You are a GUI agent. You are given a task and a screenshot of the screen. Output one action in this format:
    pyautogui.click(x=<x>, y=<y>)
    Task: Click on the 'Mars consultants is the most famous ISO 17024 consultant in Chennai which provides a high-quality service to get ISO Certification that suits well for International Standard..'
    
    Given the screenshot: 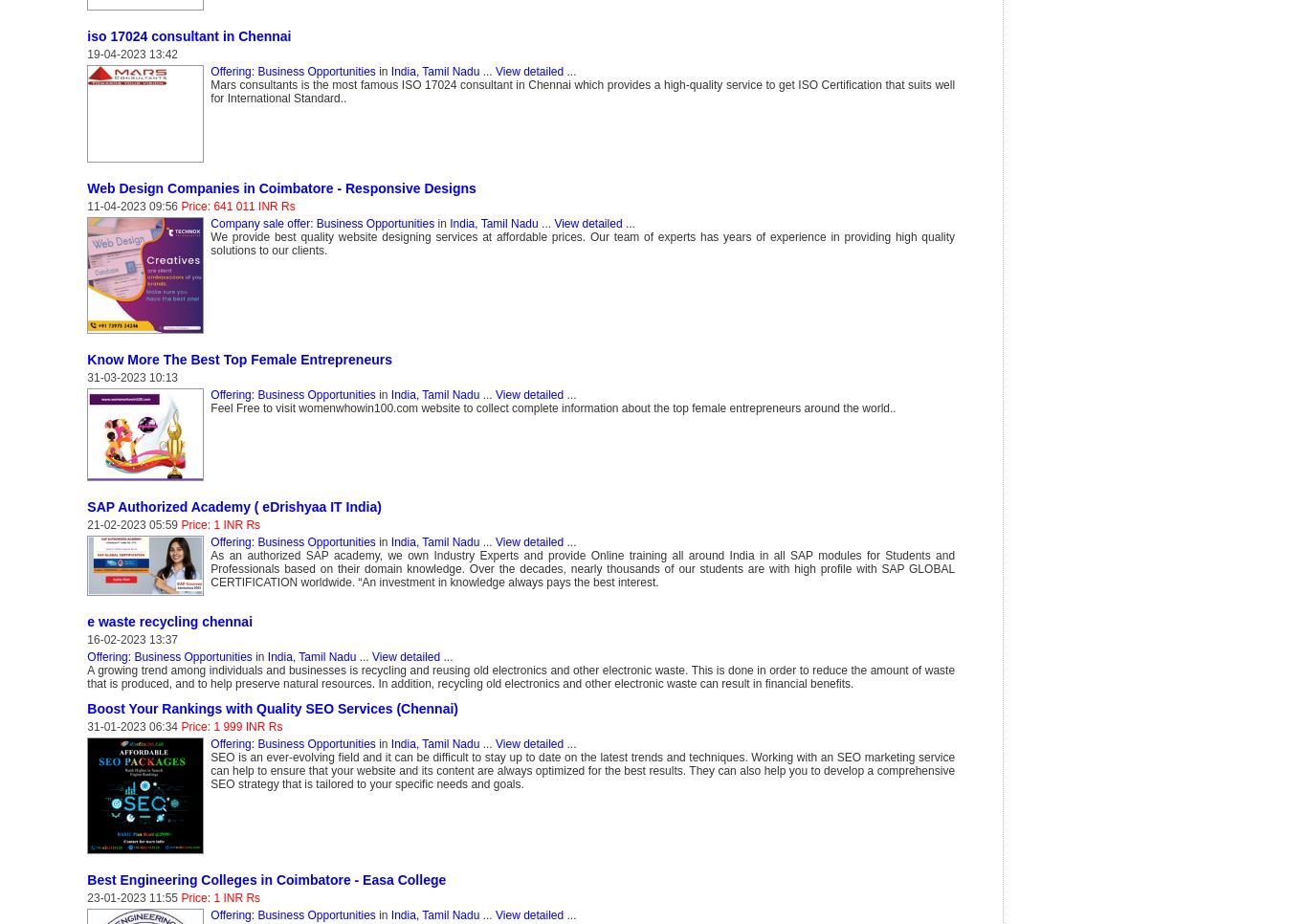 What is the action you would take?
    pyautogui.click(x=210, y=91)
    